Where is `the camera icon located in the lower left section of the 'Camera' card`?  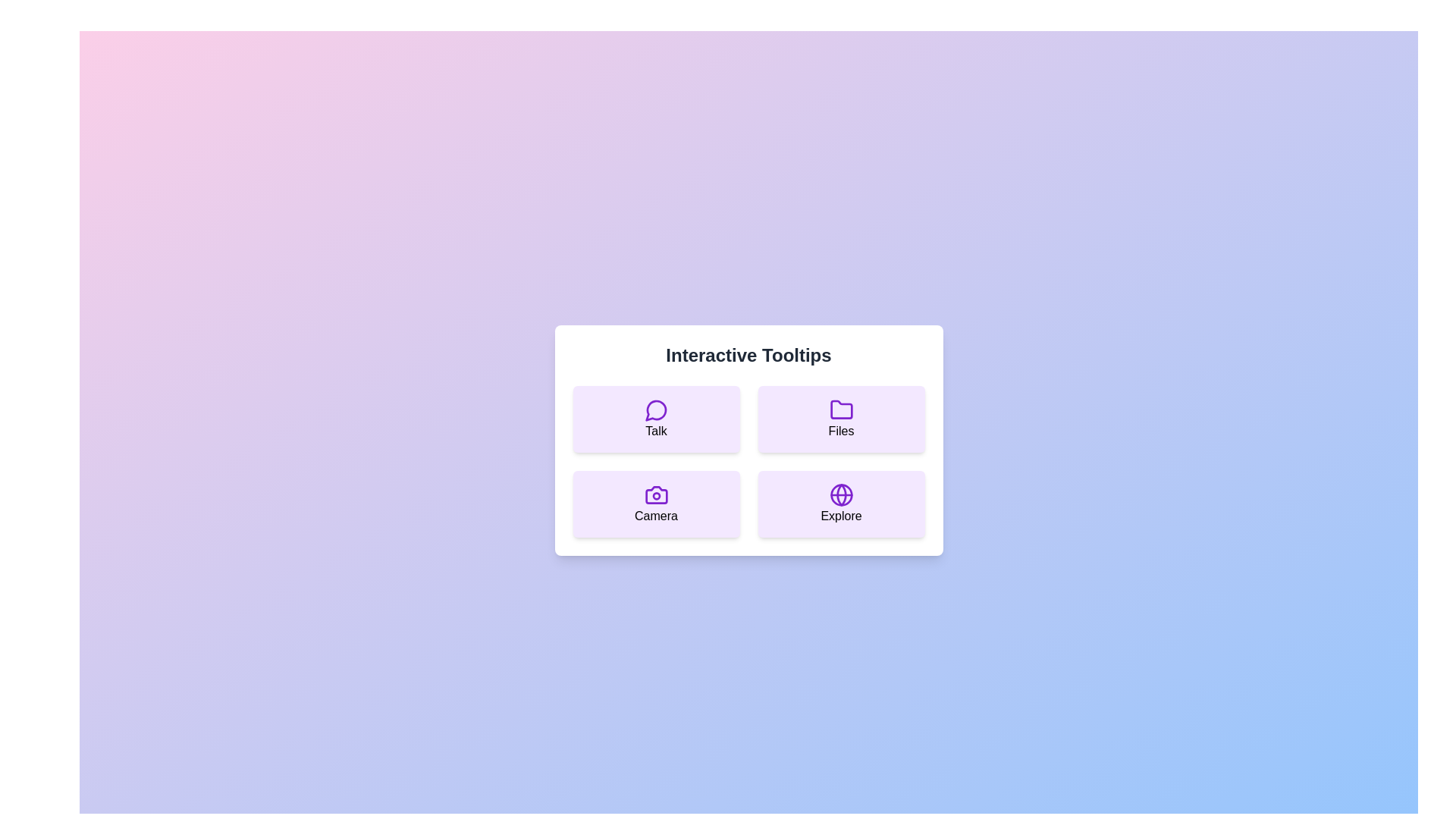
the camera icon located in the lower left section of the 'Camera' card is located at coordinates (656, 494).